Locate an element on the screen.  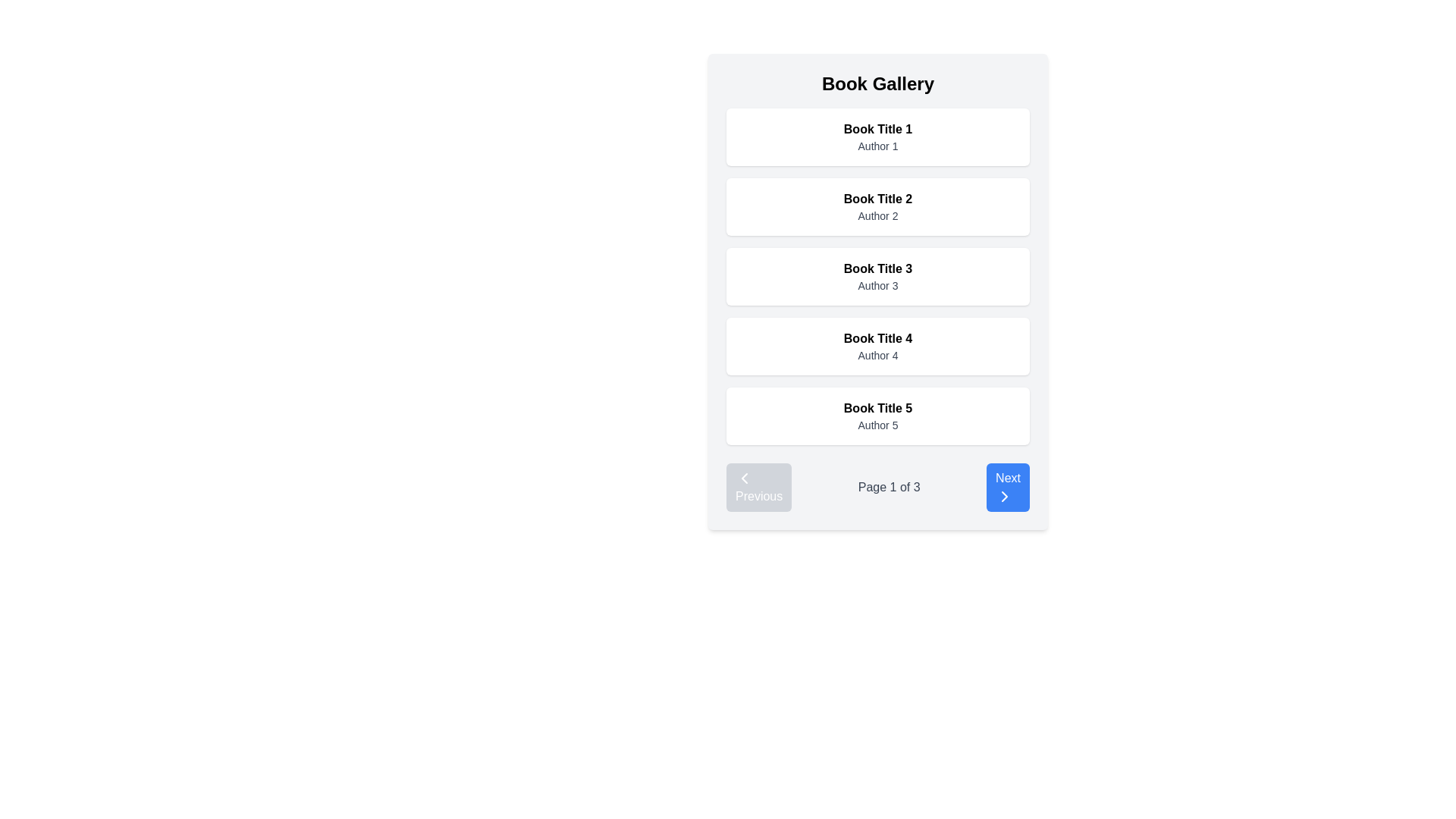
text of the Text Label displaying 'Book Title 2', which is centrally positioned in the second card of a vertical list of book entries, above 'Author 2' is located at coordinates (877, 198).